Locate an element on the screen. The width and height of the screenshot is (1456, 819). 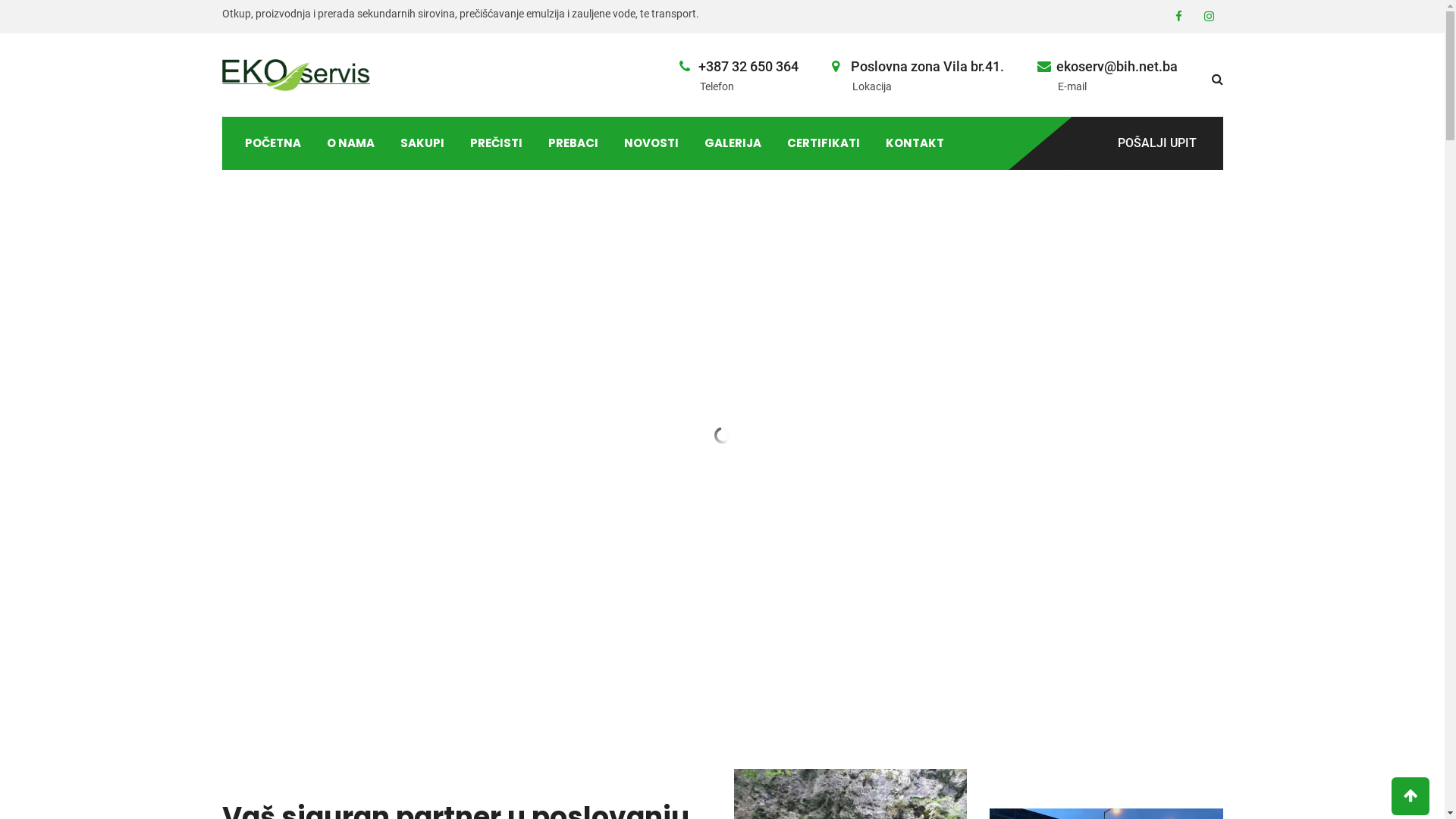
'SAKUPI' is located at coordinates (422, 143).